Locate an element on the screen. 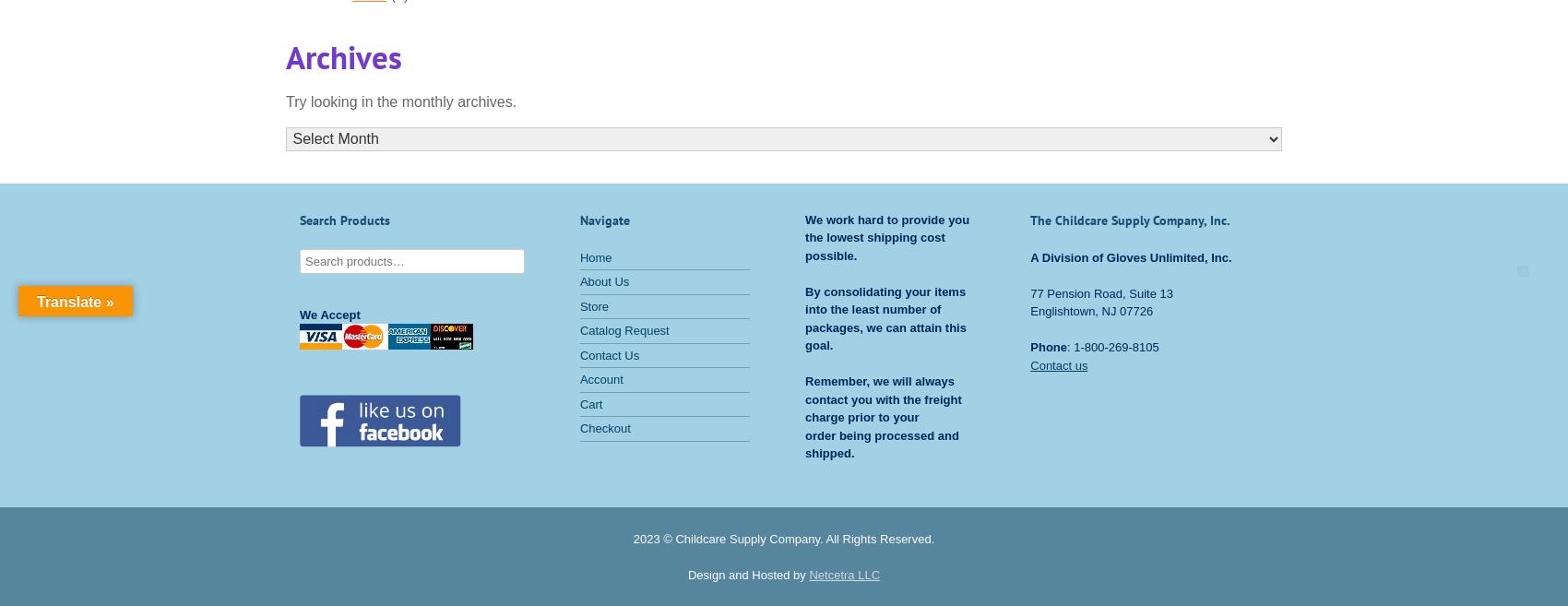  'Contact Us' is located at coordinates (609, 354).